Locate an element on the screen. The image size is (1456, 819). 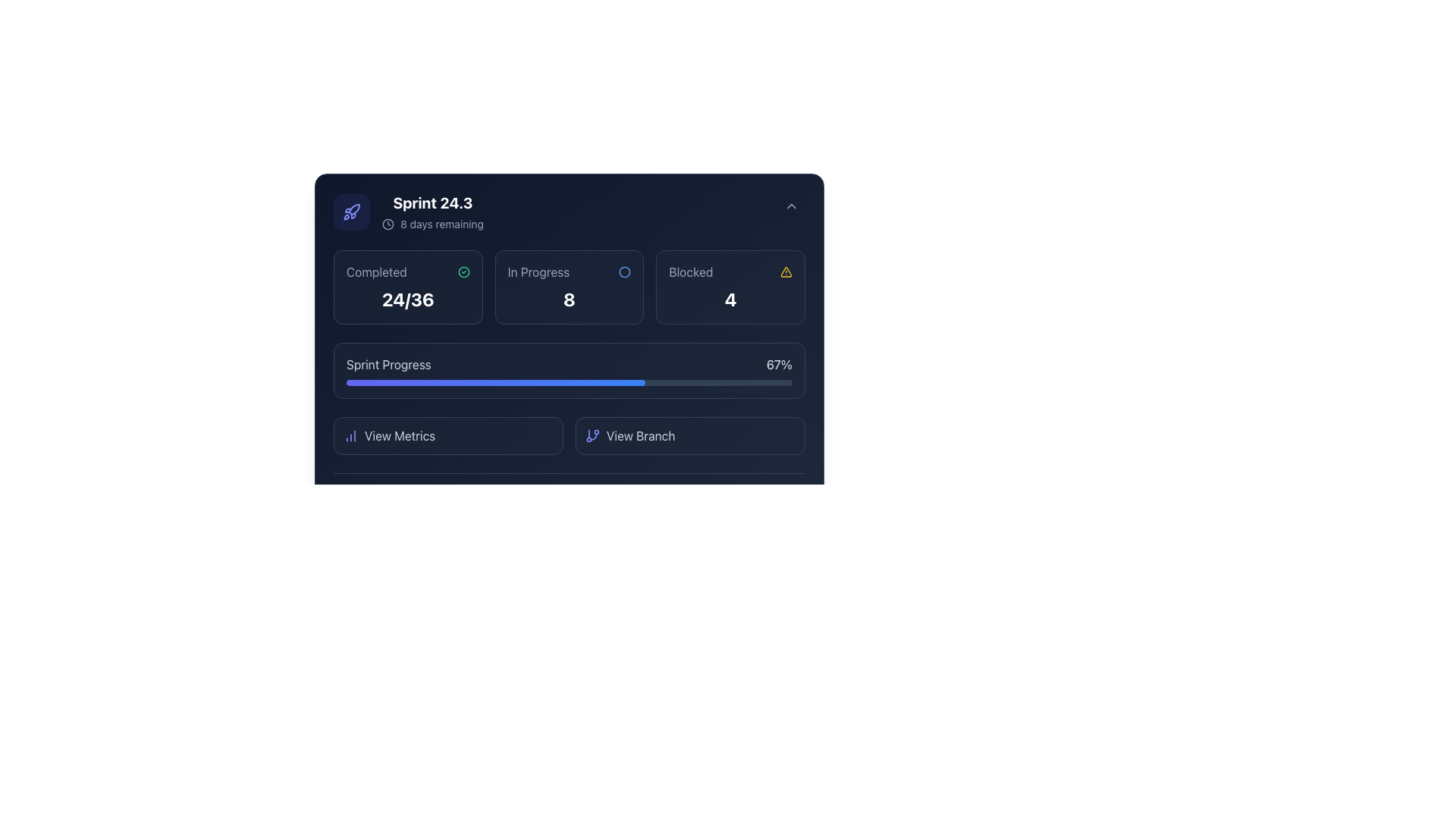
informational text display showing 'Sprint 24.3' in bold white and '8 days remaining' in smaller gray, located near the top-left section of the user interface under a rocket icon is located at coordinates (432, 212).